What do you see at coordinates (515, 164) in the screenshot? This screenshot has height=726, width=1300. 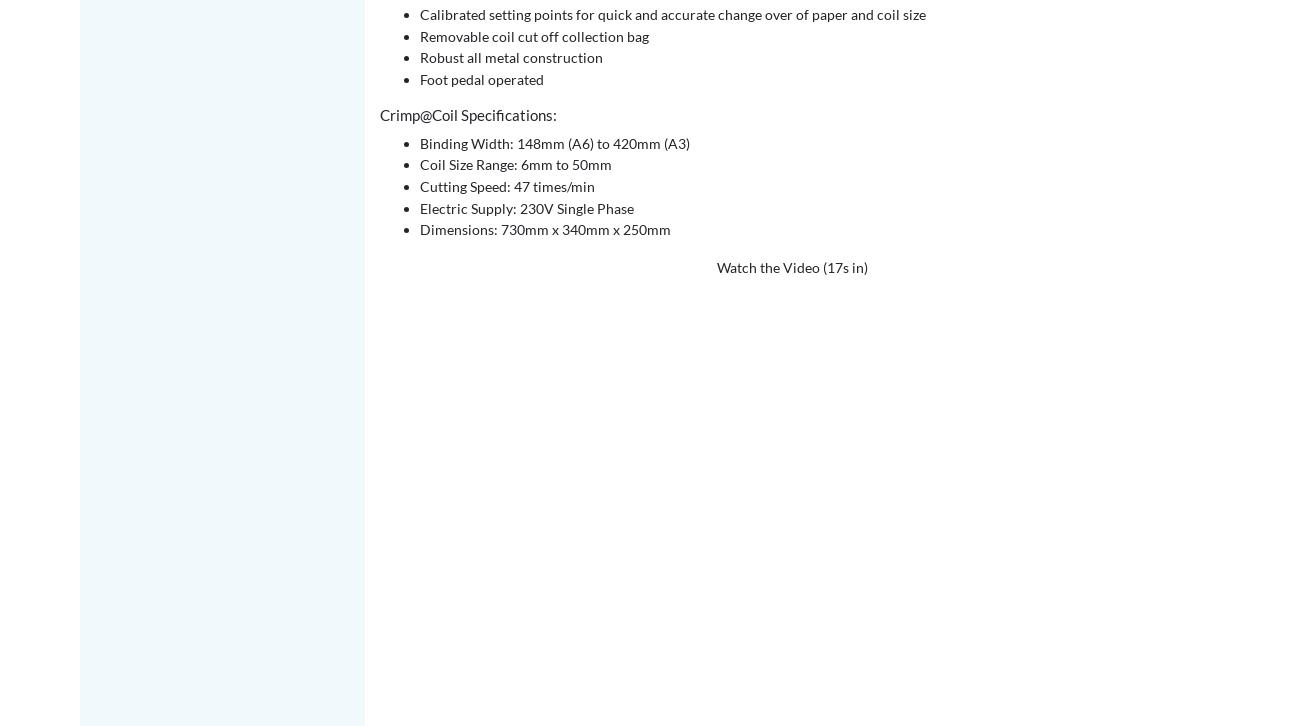 I see `'Coil Size Range: 6mm to 50mm'` at bounding box center [515, 164].